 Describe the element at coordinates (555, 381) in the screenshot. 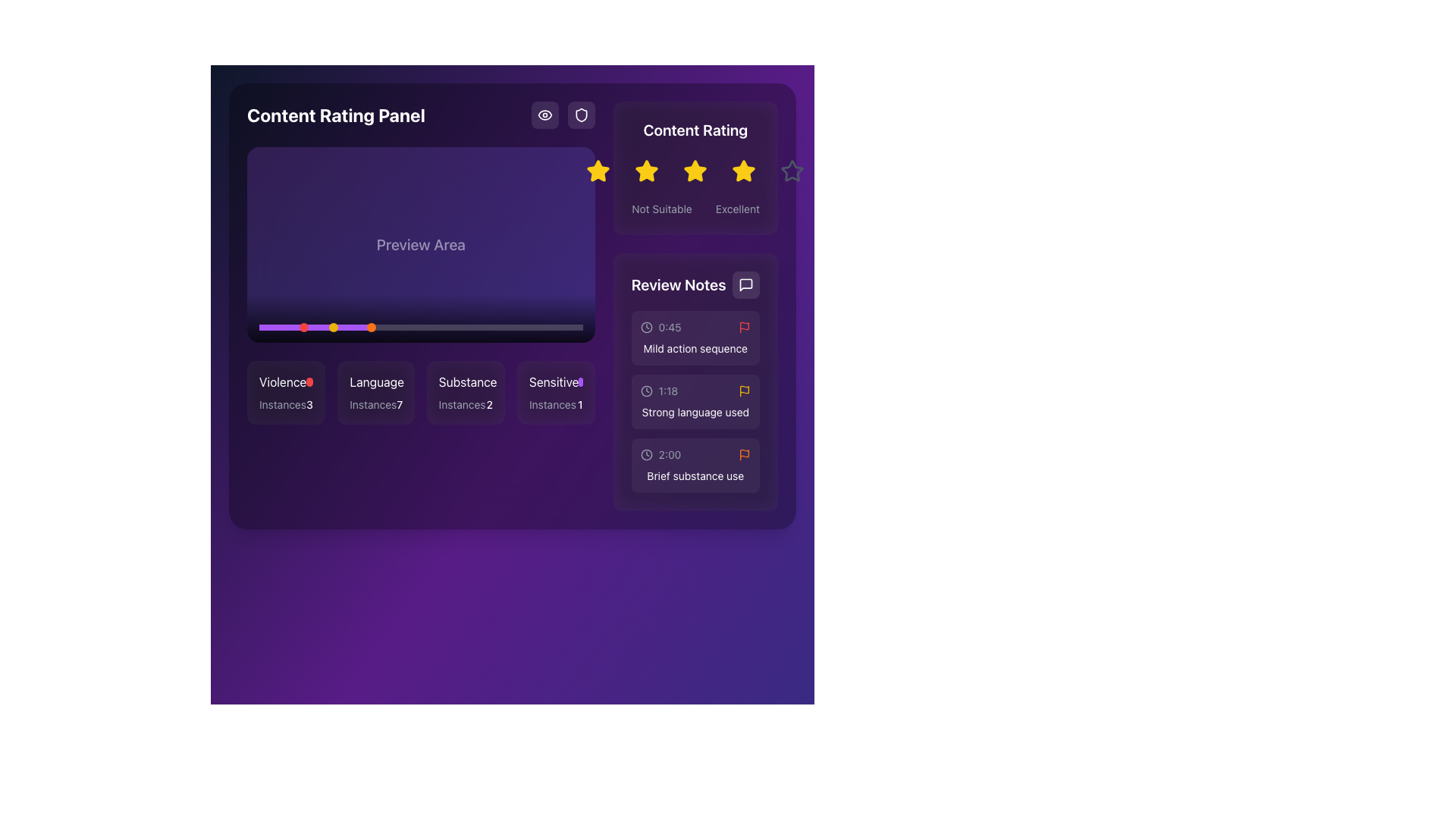

I see `the 'Instances1' label with an indicator icon, which is the fourth item in a row of categorized information tiles about sensitive content` at that location.